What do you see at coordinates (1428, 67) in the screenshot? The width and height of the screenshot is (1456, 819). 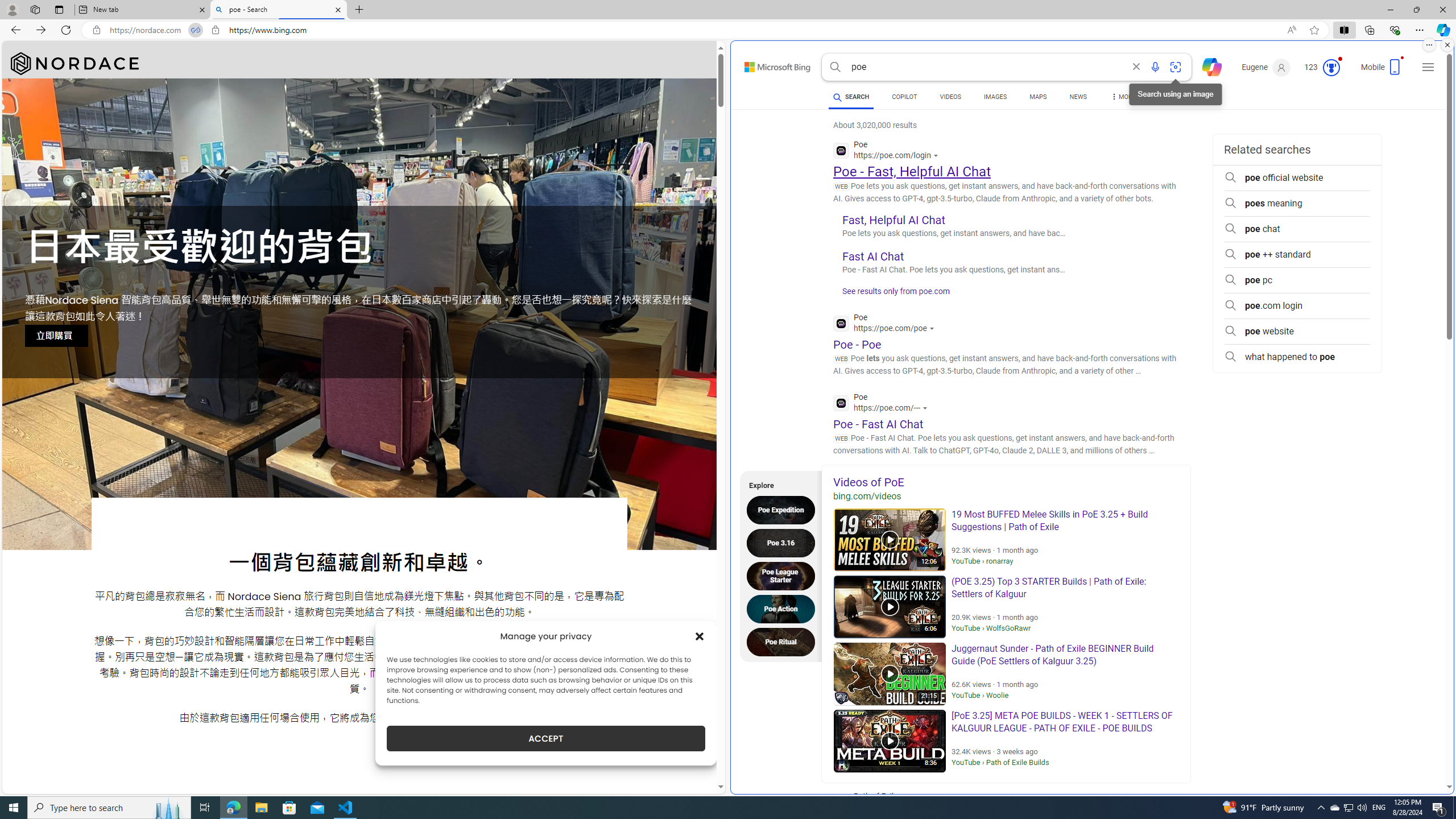 I see `'Settings and quick links'` at bounding box center [1428, 67].